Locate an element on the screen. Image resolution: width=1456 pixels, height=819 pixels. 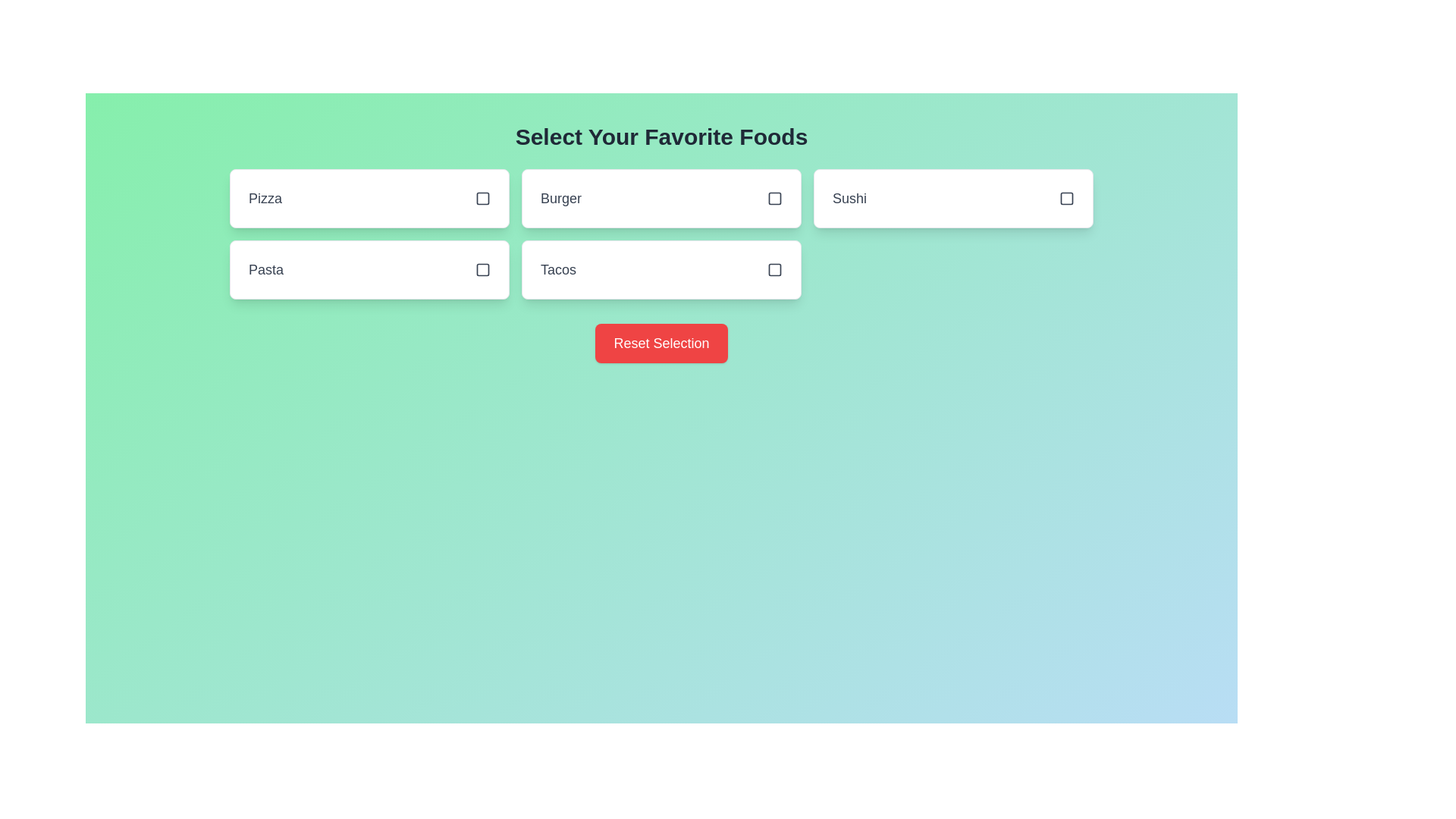
the 'Reset Selection' button to clear all selections is located at coordinates (661, 343).